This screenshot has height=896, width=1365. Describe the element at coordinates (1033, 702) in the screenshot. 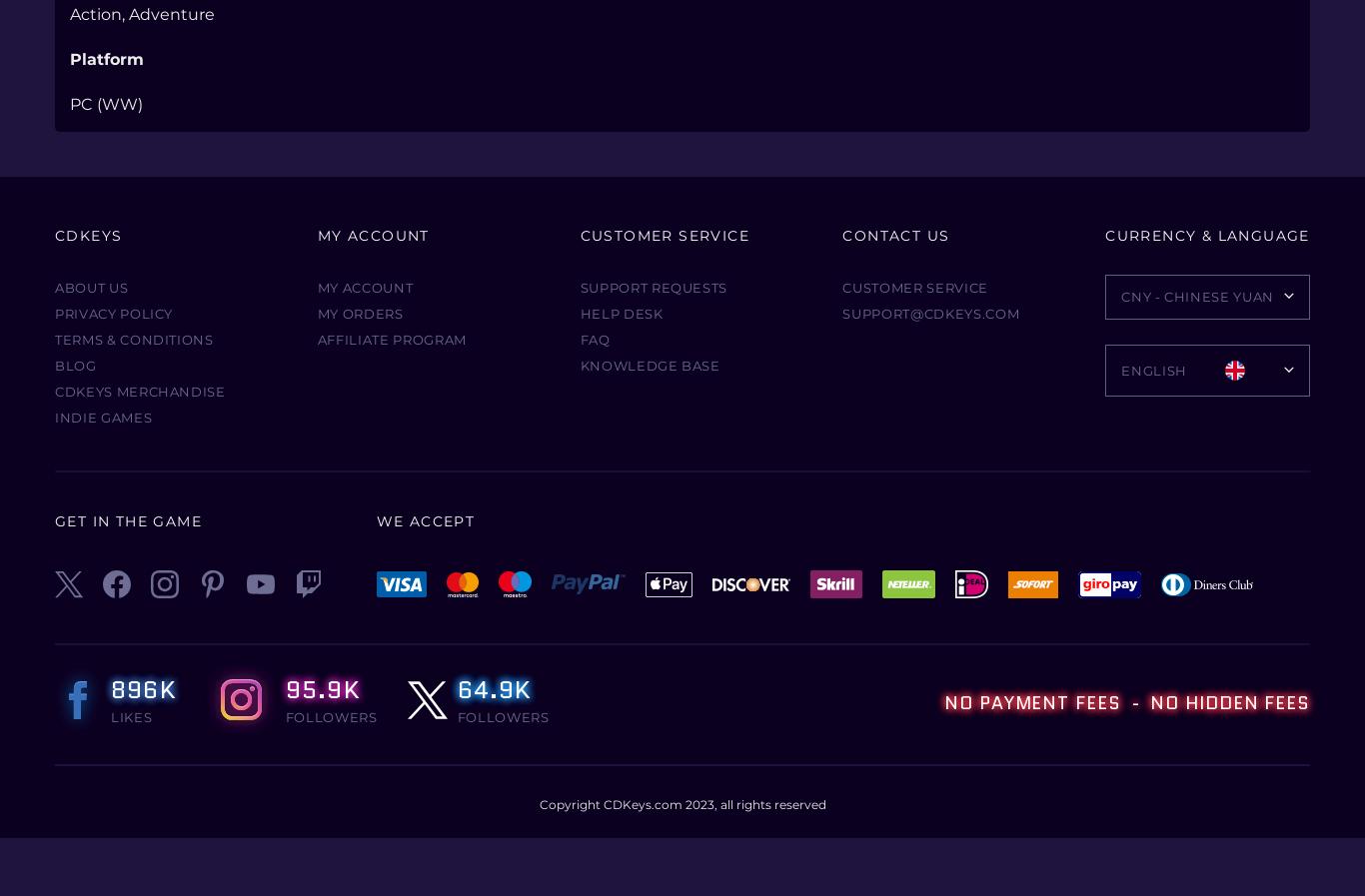

I see `'No Payment Fees'` at that location.